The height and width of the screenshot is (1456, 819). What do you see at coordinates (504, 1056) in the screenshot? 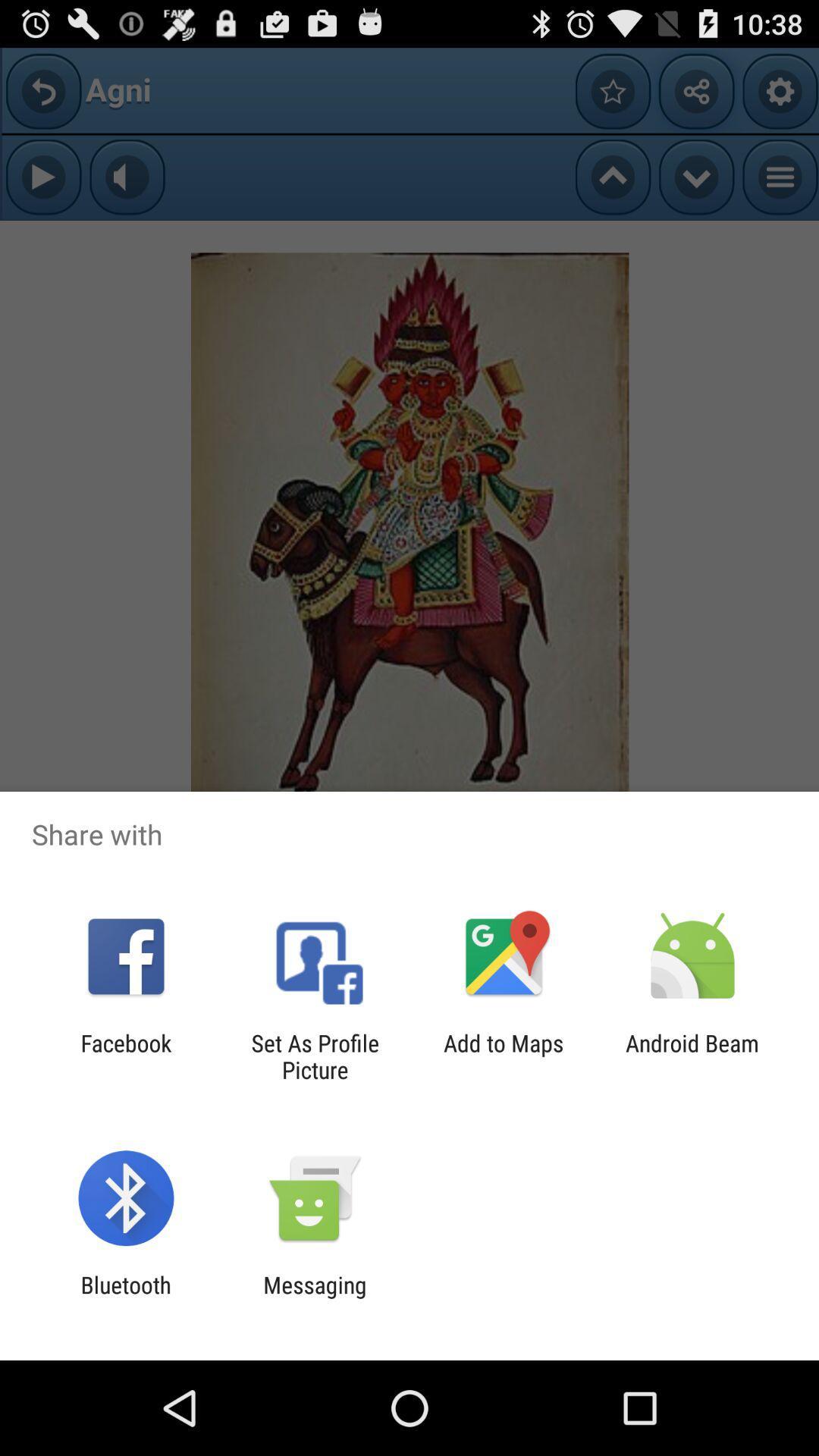
I see `the app to the right of the set as profile item` at bounding box center [504, 1056].